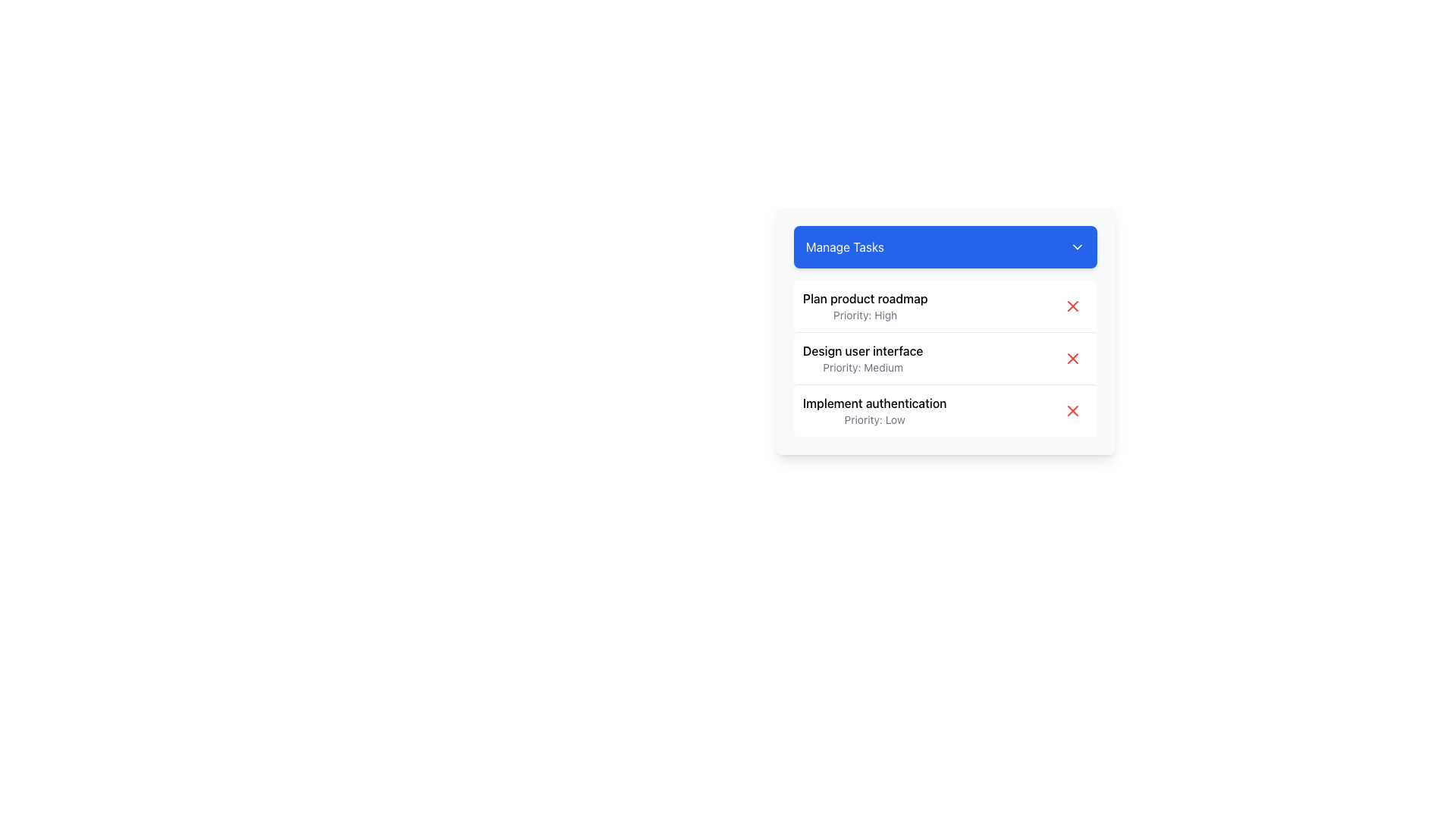  What do you see at coordinates (945, 357) in the screenshot?
I see `the second task entry in the task management interface to perform further actions` at bounding box center [945, 357].